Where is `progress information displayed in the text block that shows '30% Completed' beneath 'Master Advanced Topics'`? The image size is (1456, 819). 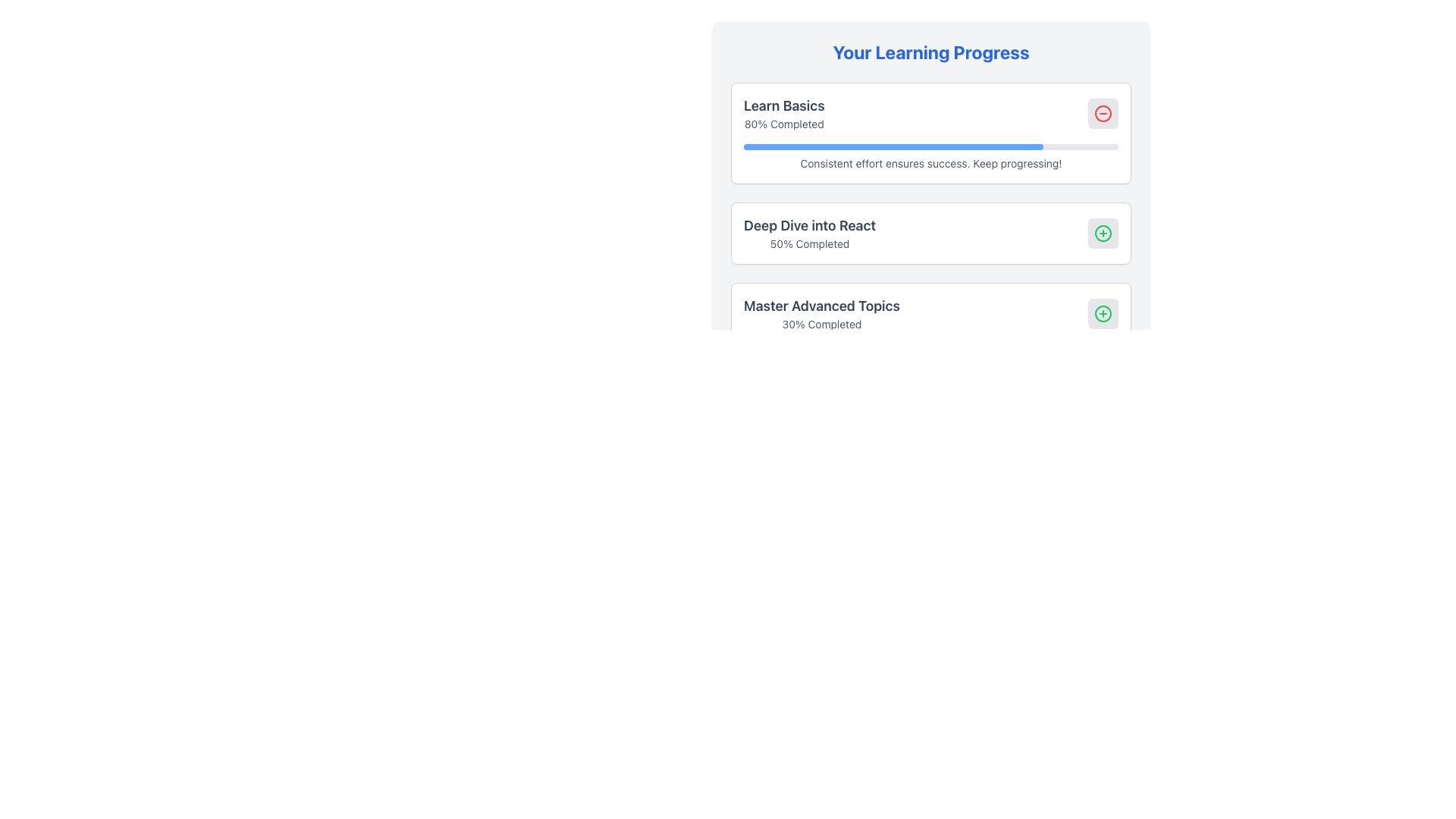
progress information displayed in the text block that shows '30% Completed' beneath 'Master Advanced Topics' is located at coordinates (821, 312).